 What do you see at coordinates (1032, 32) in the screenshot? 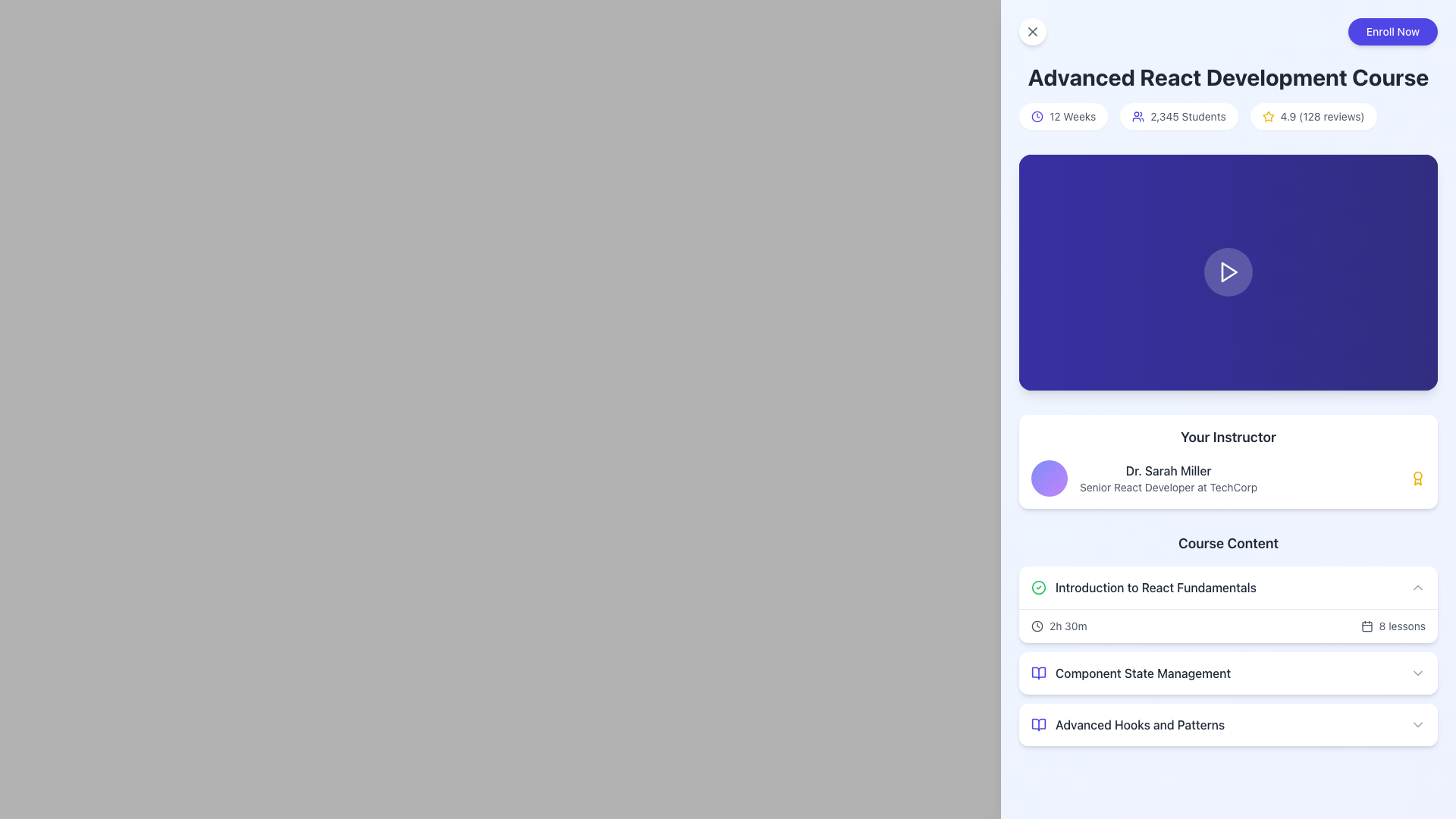
I see `the close button located at the top-left corner of the interface` at bounding box center [1032, 32].